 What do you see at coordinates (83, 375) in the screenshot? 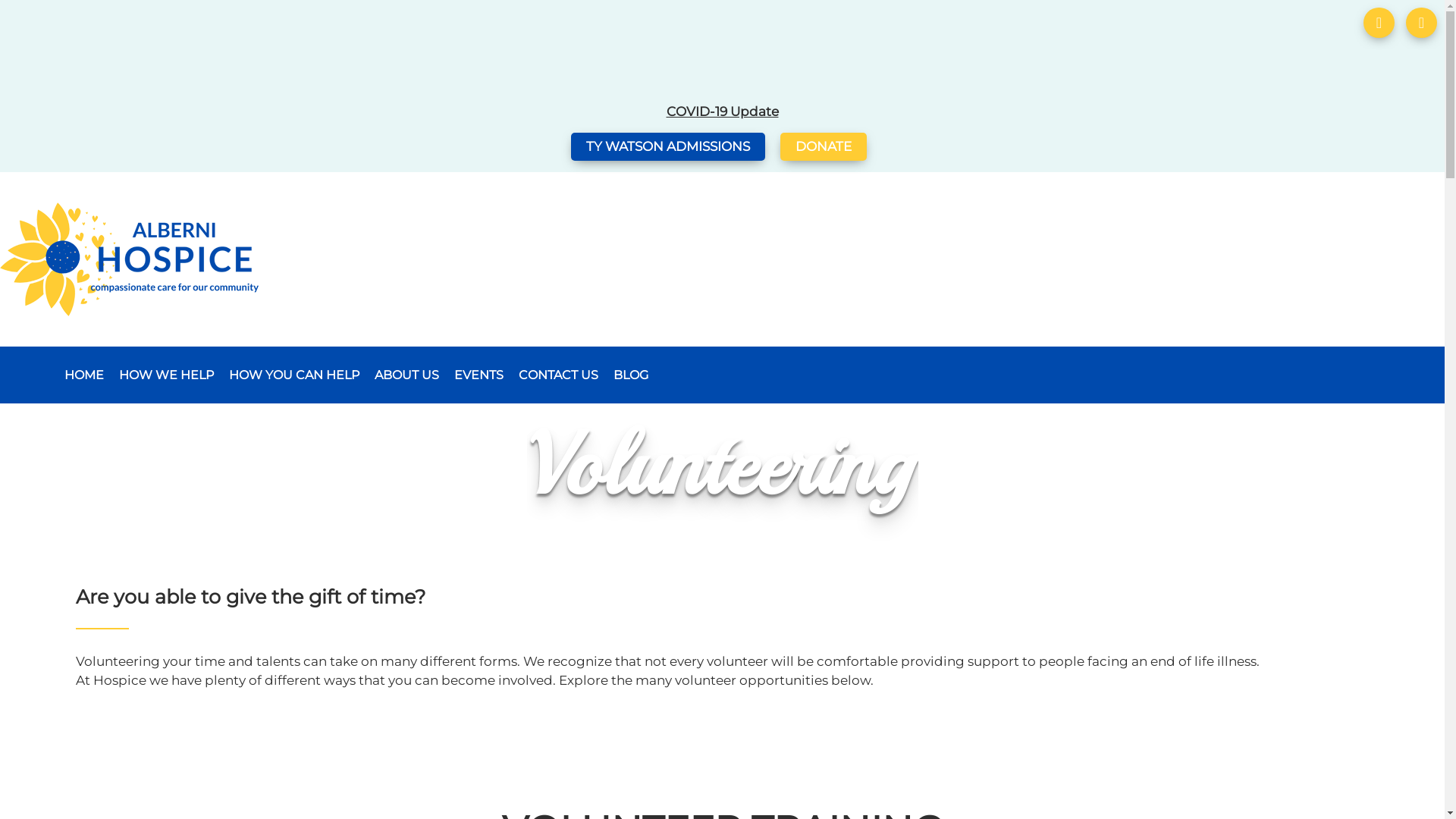
I see `'HOME'` at bounding box center [83, 375].